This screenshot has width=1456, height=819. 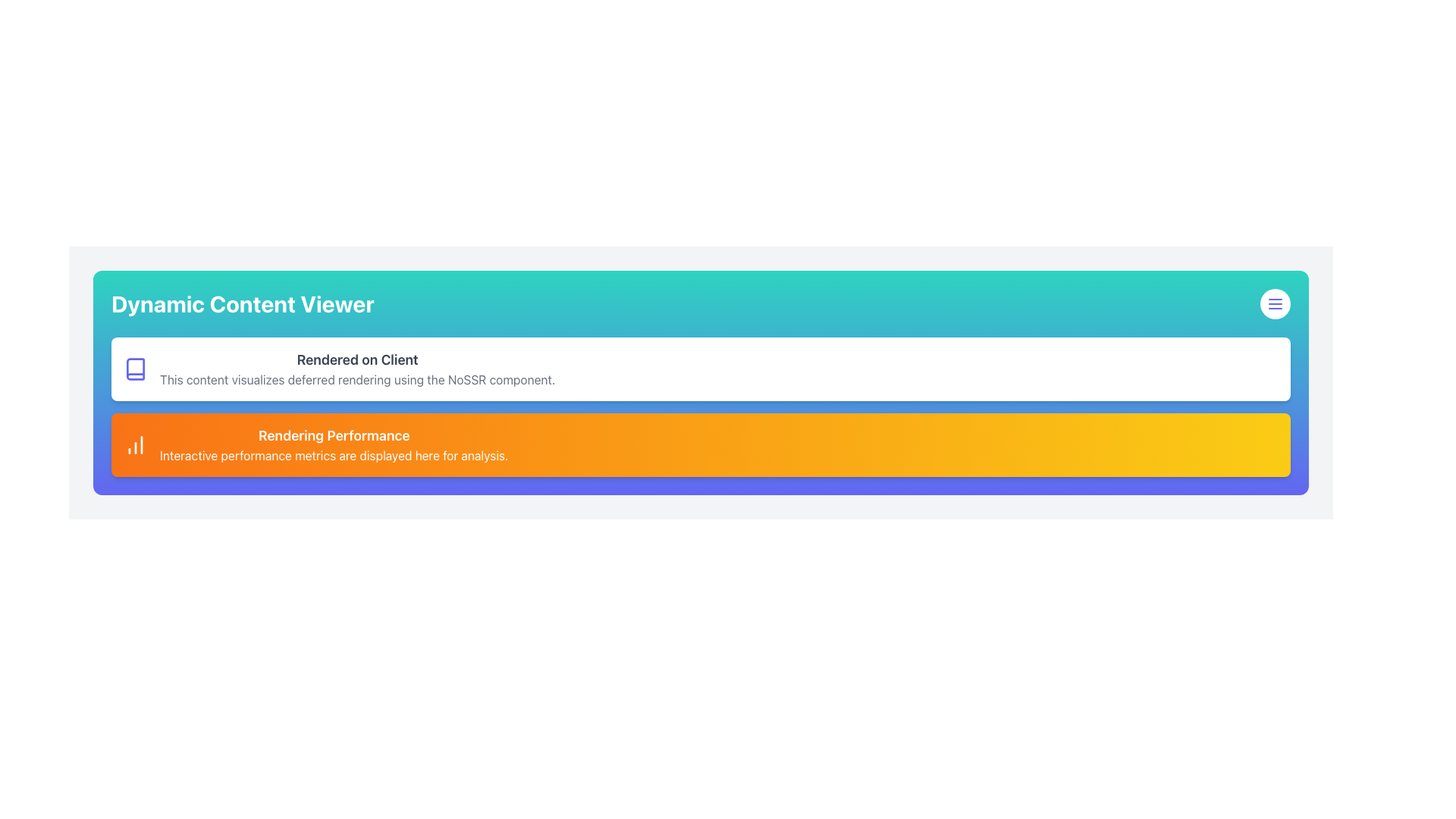 I want to click on the unique three-horizontal-line menu icon button located in the top-right corner of the gradient interface header, so click(x=1274, y=304).